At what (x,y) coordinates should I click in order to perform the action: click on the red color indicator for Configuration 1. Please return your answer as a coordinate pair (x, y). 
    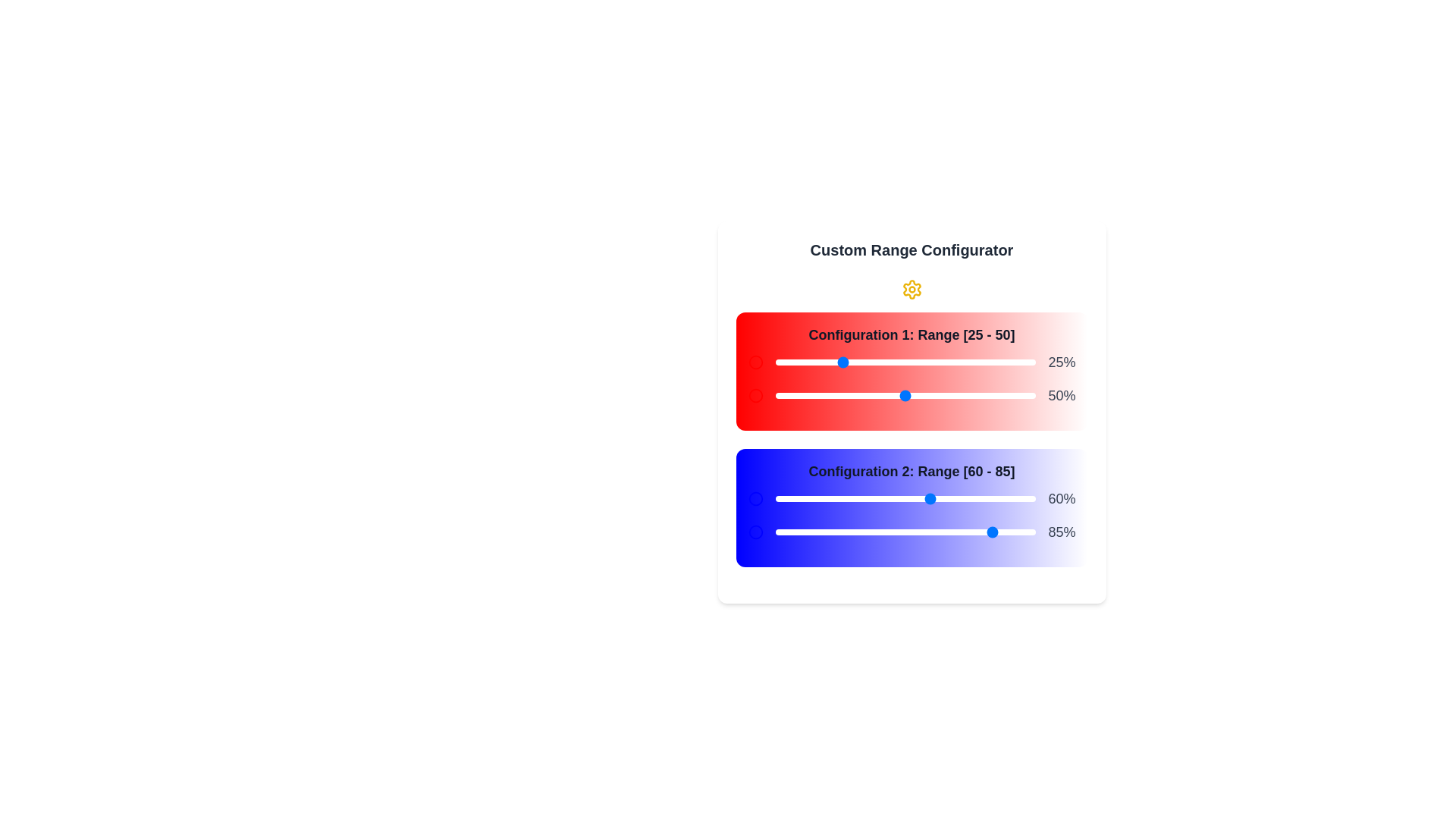
    Looking at the image, I should click on (755, 362).